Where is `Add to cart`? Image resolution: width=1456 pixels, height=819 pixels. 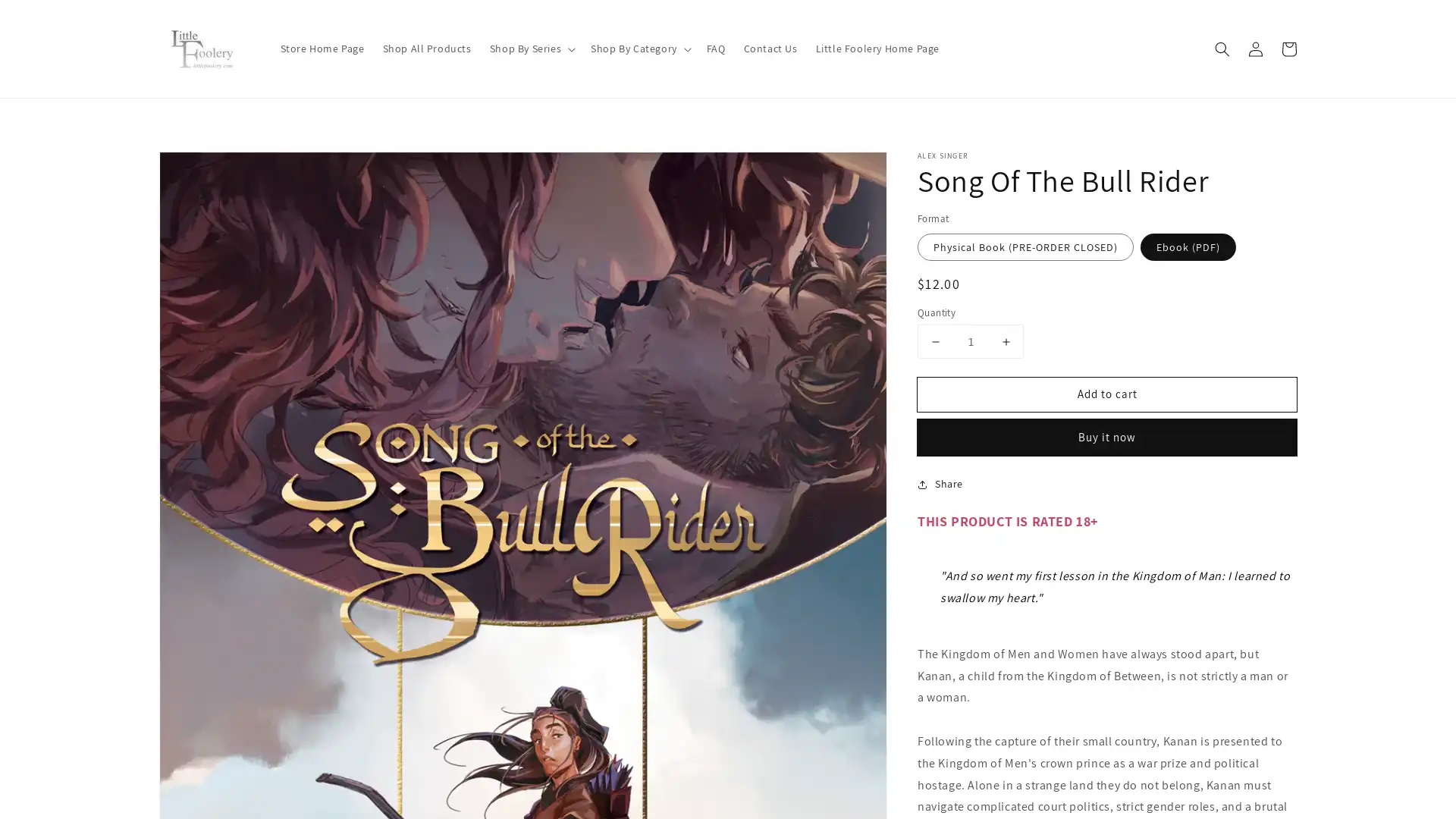
Add to cart is located at coordinates (1106, 394).